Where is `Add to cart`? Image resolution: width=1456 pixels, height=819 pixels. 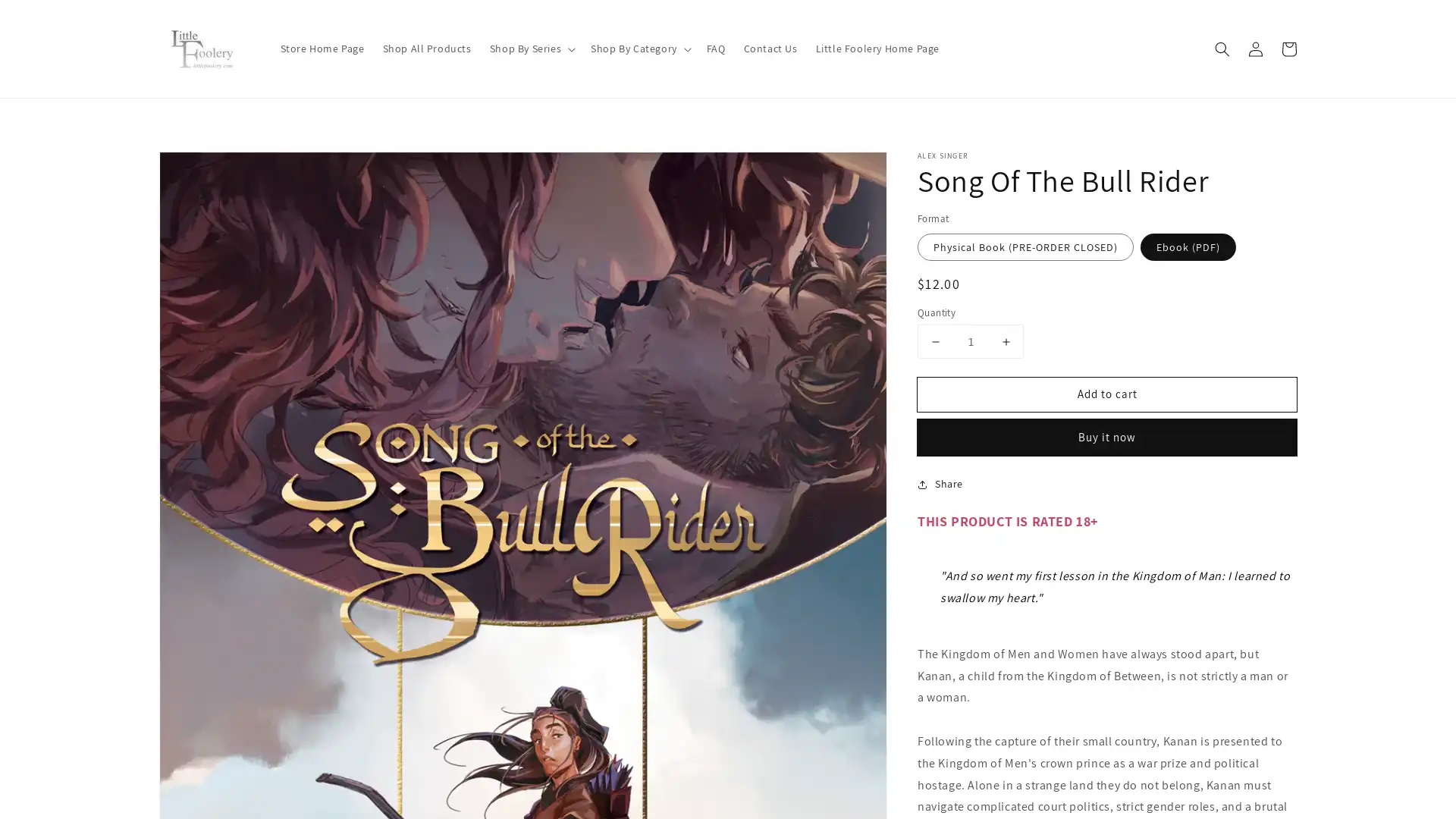
Add to cart is located at coordinates (1106, 394).